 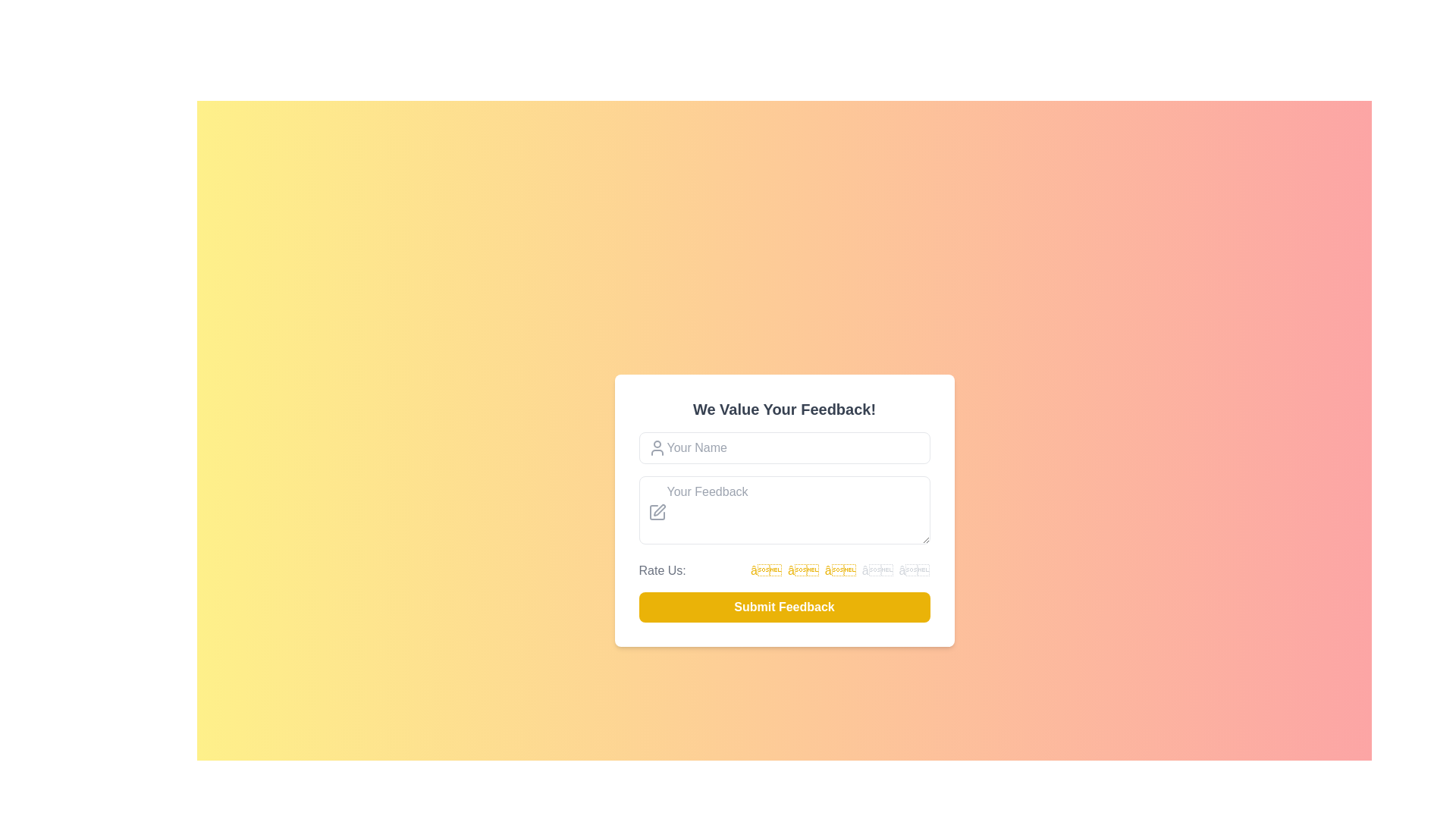 I want to click on the rectangular icon featuring an outlined square in the center, located in the feedback section's text area, to the left of the input field for user comments, so click(x=657, y=512).